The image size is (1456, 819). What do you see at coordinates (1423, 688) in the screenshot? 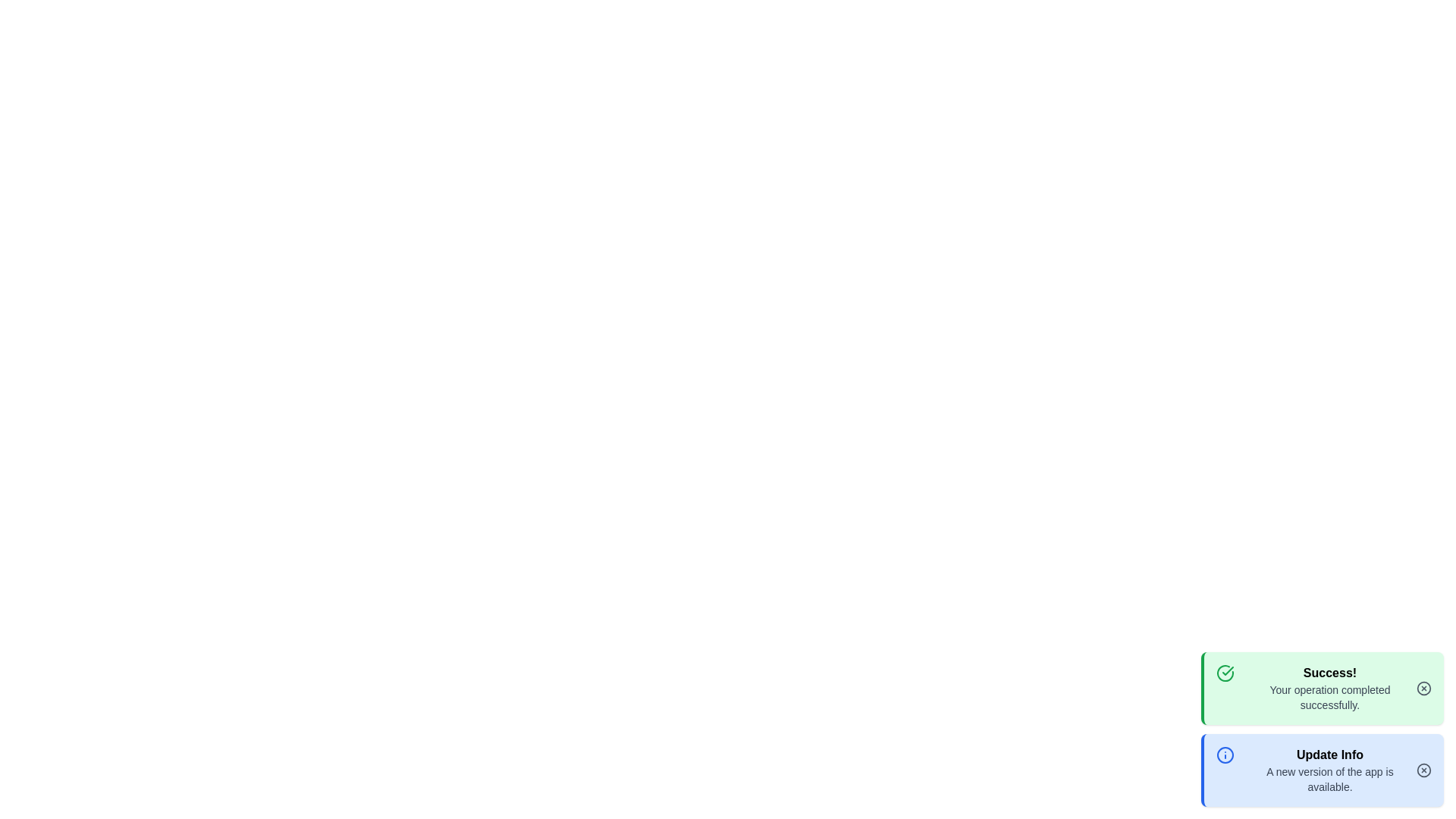
I see `the Close button, which is a small circular icon with an 'X' mark inside, located in the top-right corner of the green 'Success!' notification card` at bounding box center [1423, 688].